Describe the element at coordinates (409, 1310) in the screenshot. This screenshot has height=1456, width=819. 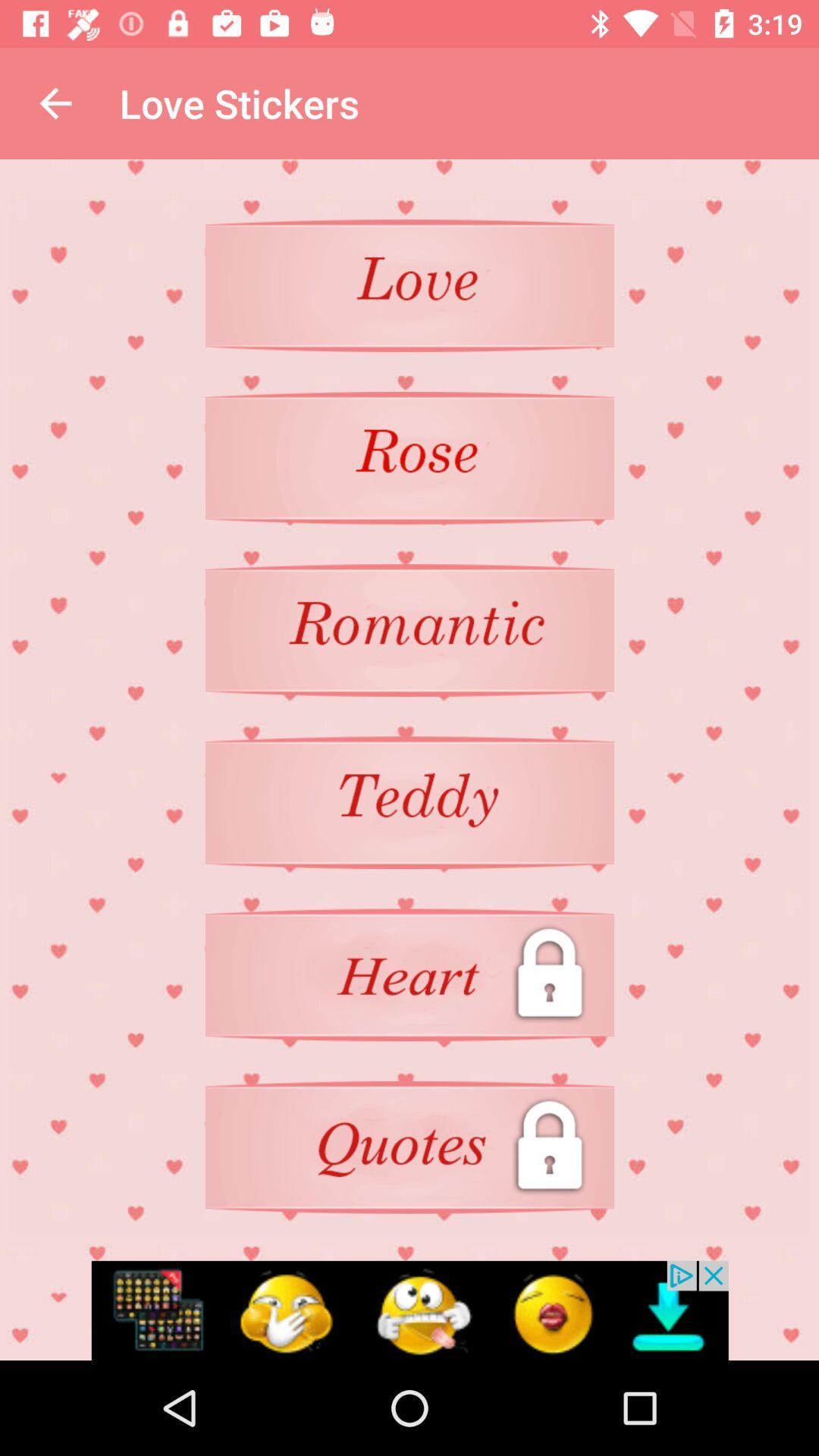
I see `click on add` at that location.